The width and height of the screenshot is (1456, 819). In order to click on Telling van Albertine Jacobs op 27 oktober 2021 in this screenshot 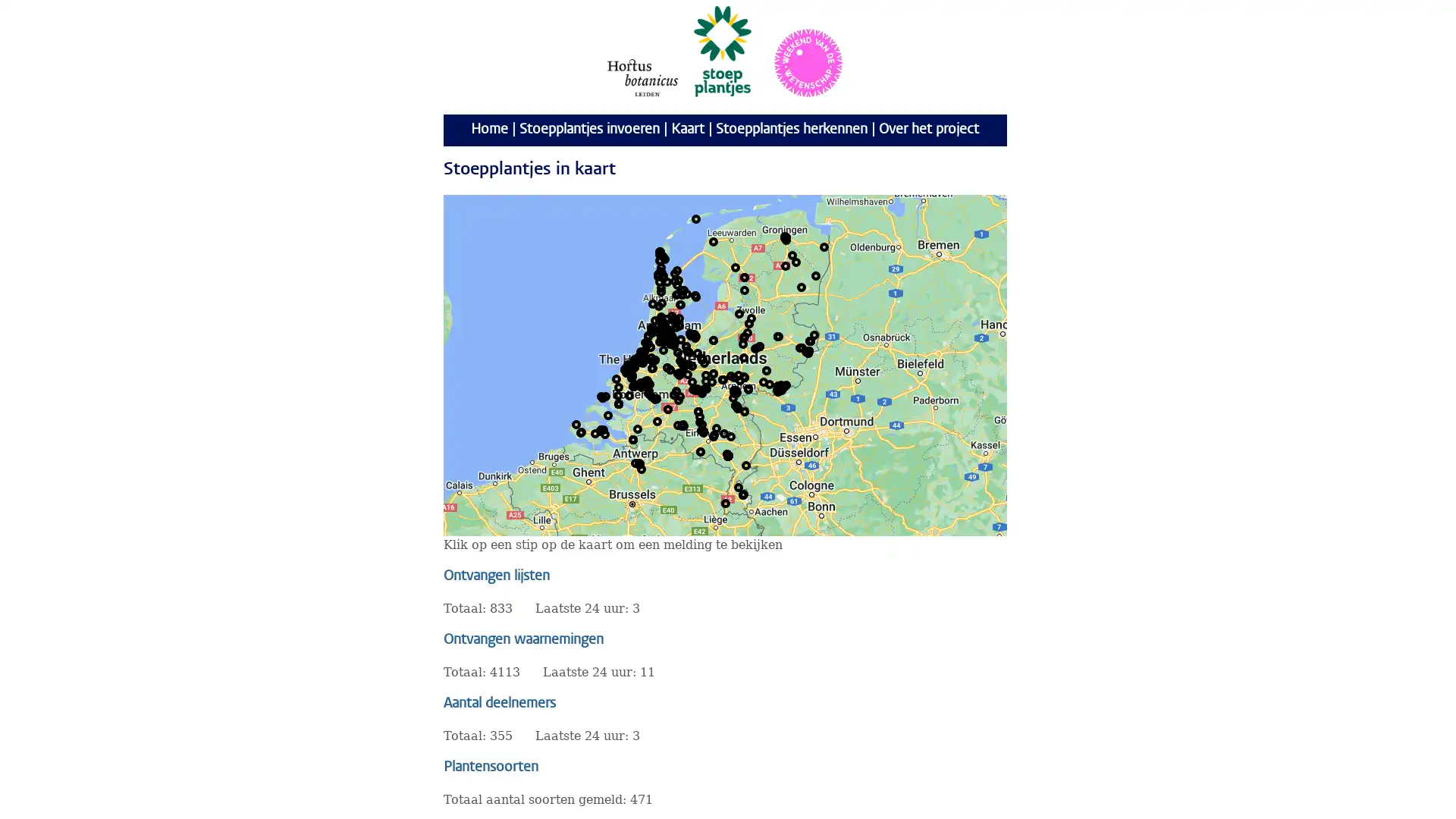, I will do `click(695, 388)`.